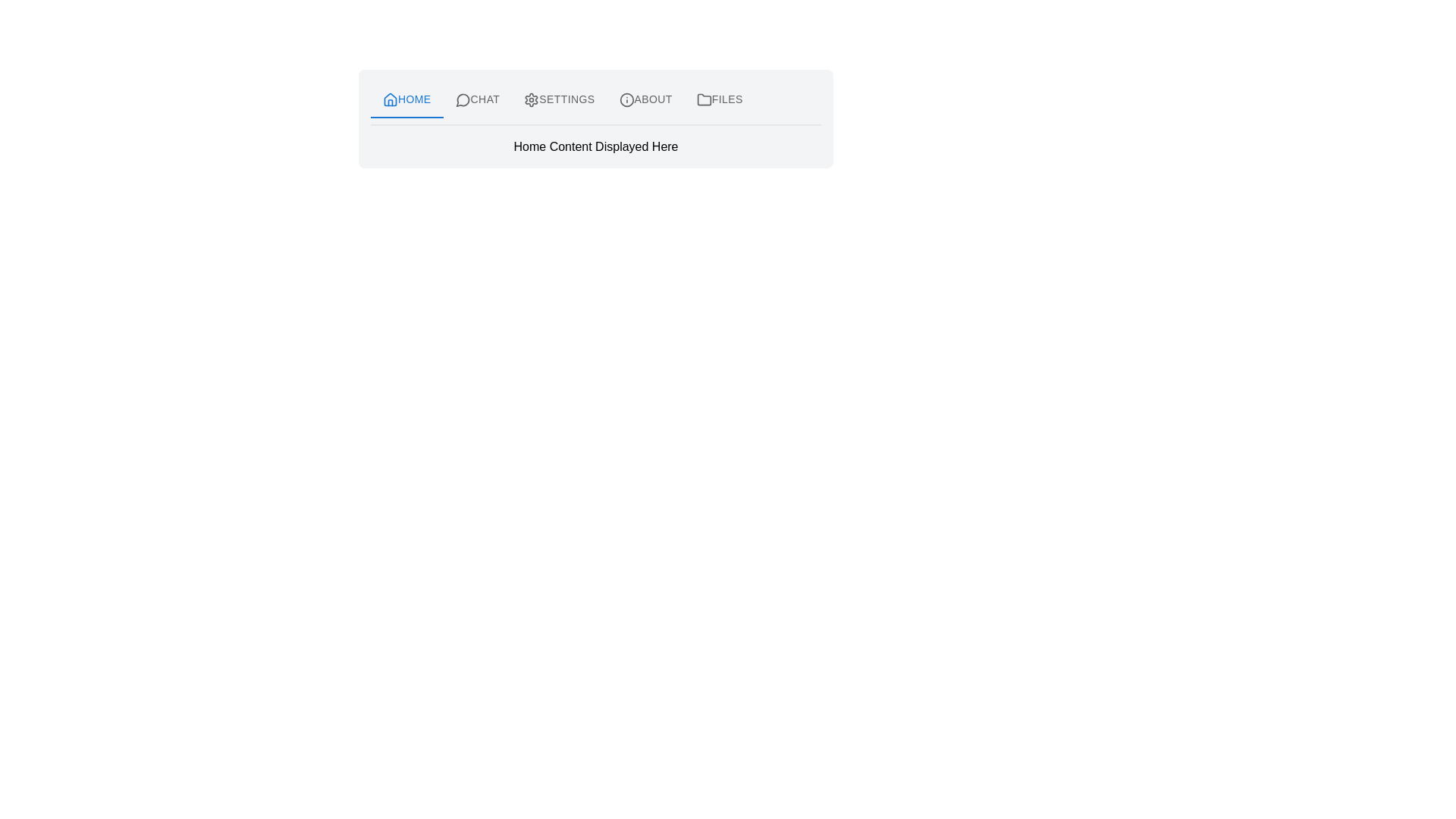 This screenshot has height=819, width=1456. I want to click on the navigation bar with tab items located at the top center of the interface by clicking on it for accessibility navigation, so click(595, 99).